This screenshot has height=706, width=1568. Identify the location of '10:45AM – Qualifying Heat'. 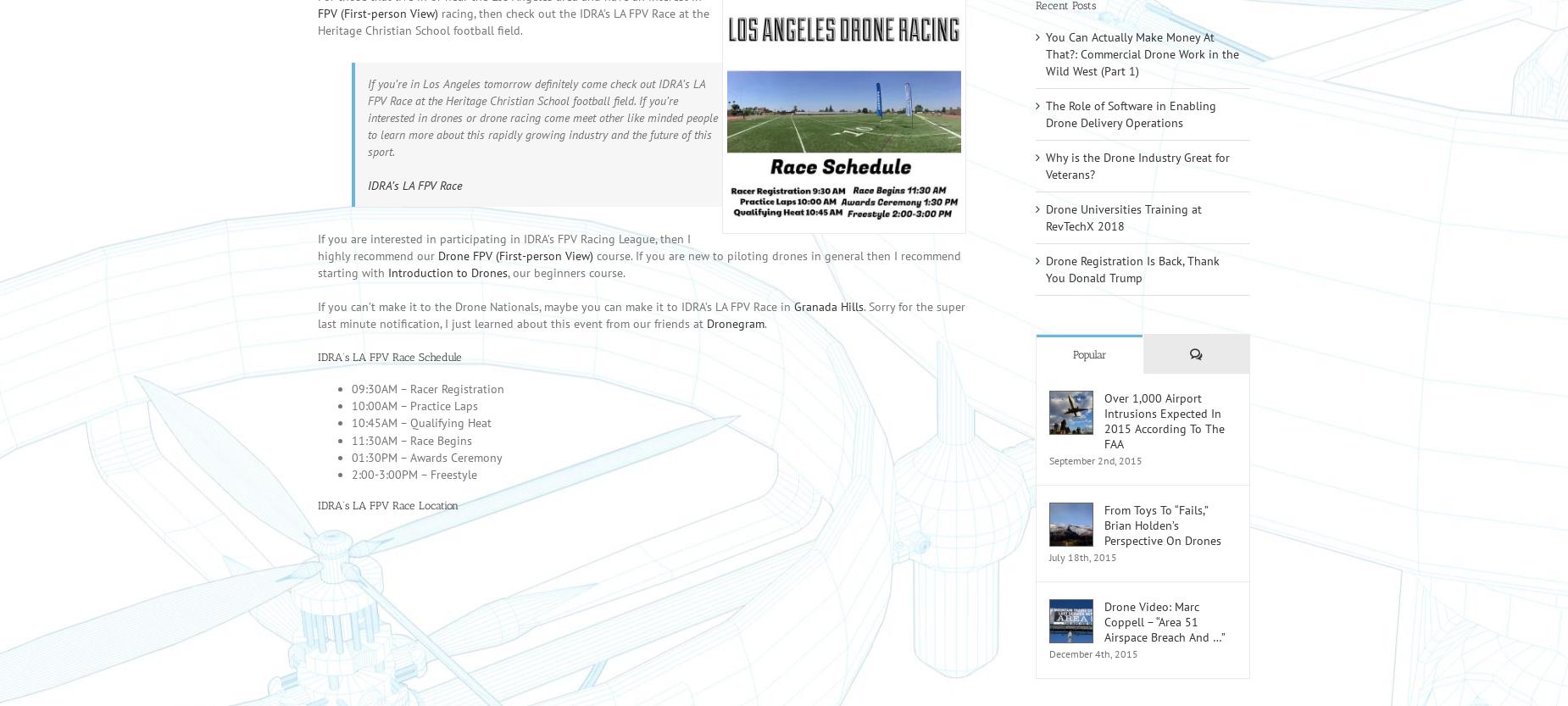
(421, 446).